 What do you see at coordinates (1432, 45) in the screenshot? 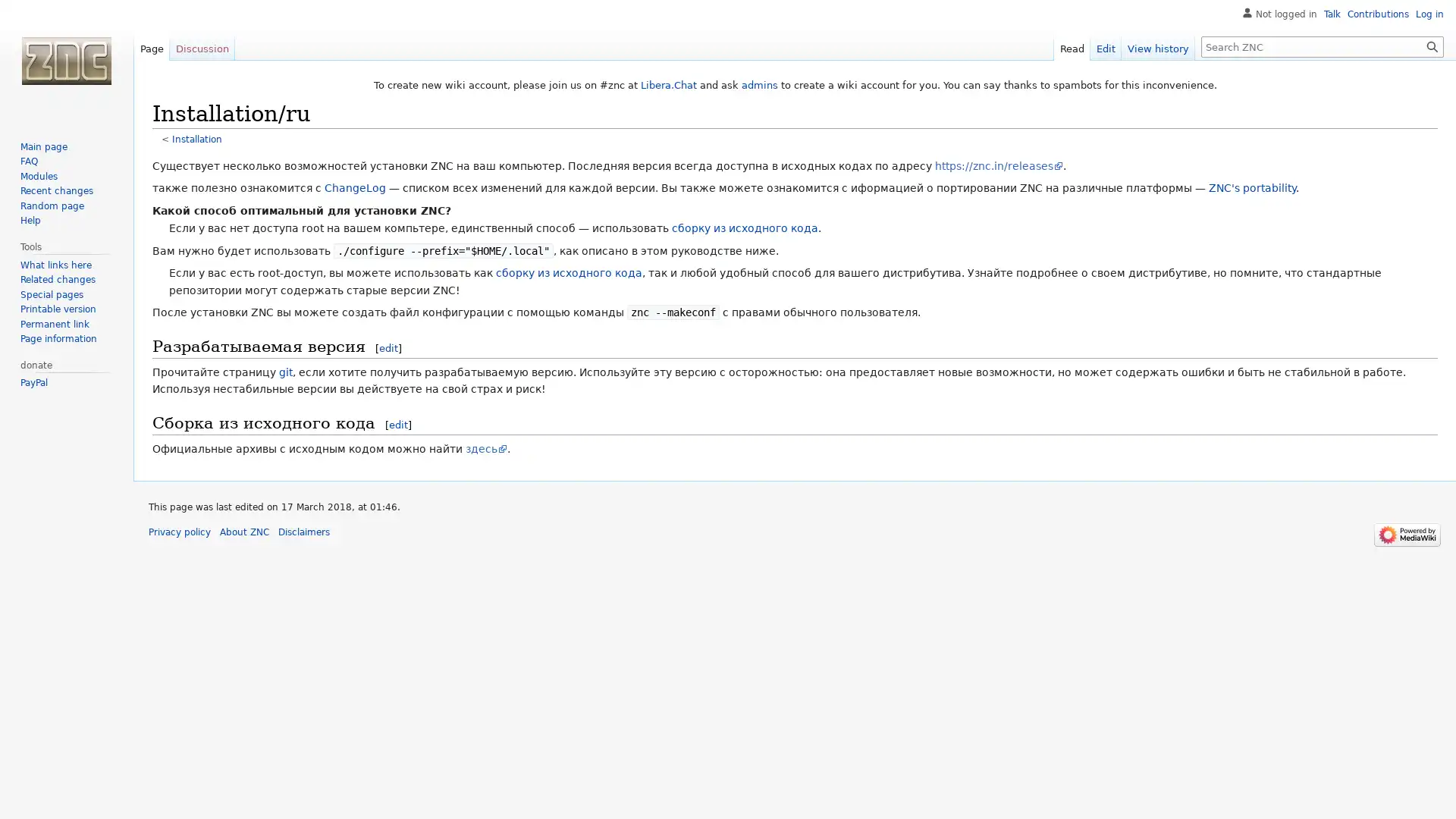
I see `Go` at bounding box center [1432, 45].